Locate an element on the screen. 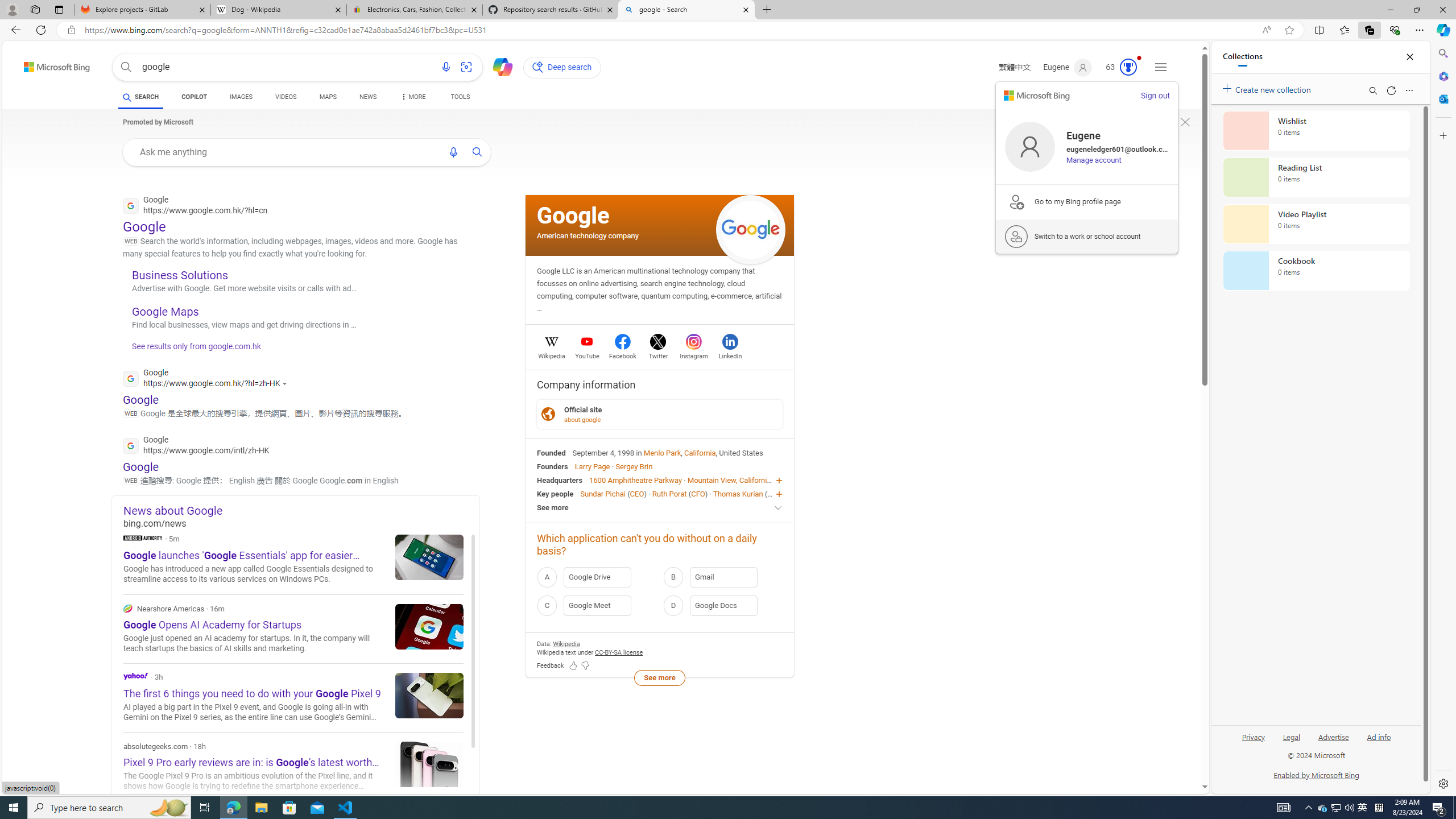  'Class: sp-ofsite' is located at coordinates (547, 413).